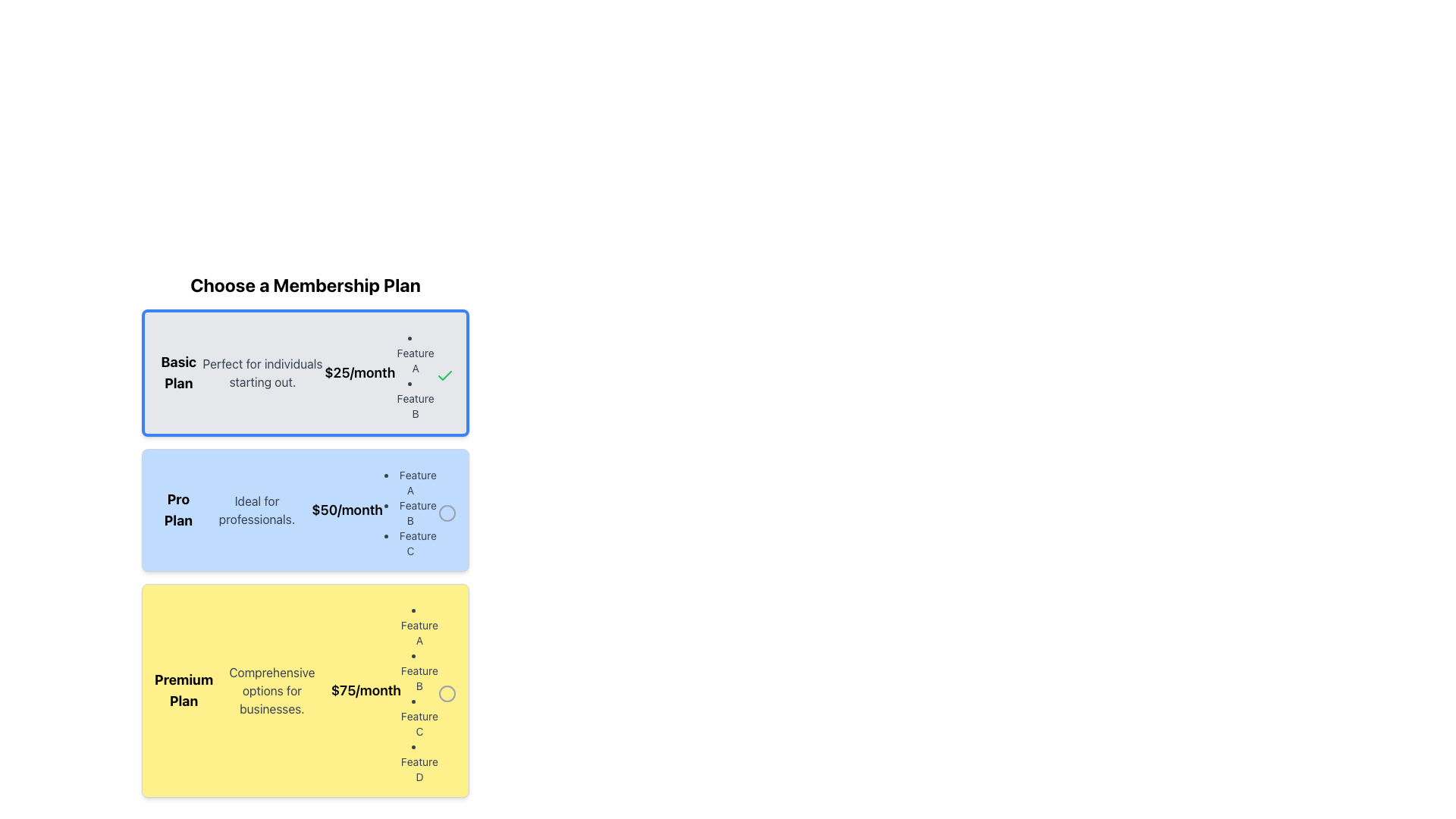 The width and height of the screenshot is (1456, 819). I want to click on pricing information from the Text Label located in the 'Premium Plan' section, positioned below the subtitle 'Comprehensive options for businesses.', so click(366, 690).